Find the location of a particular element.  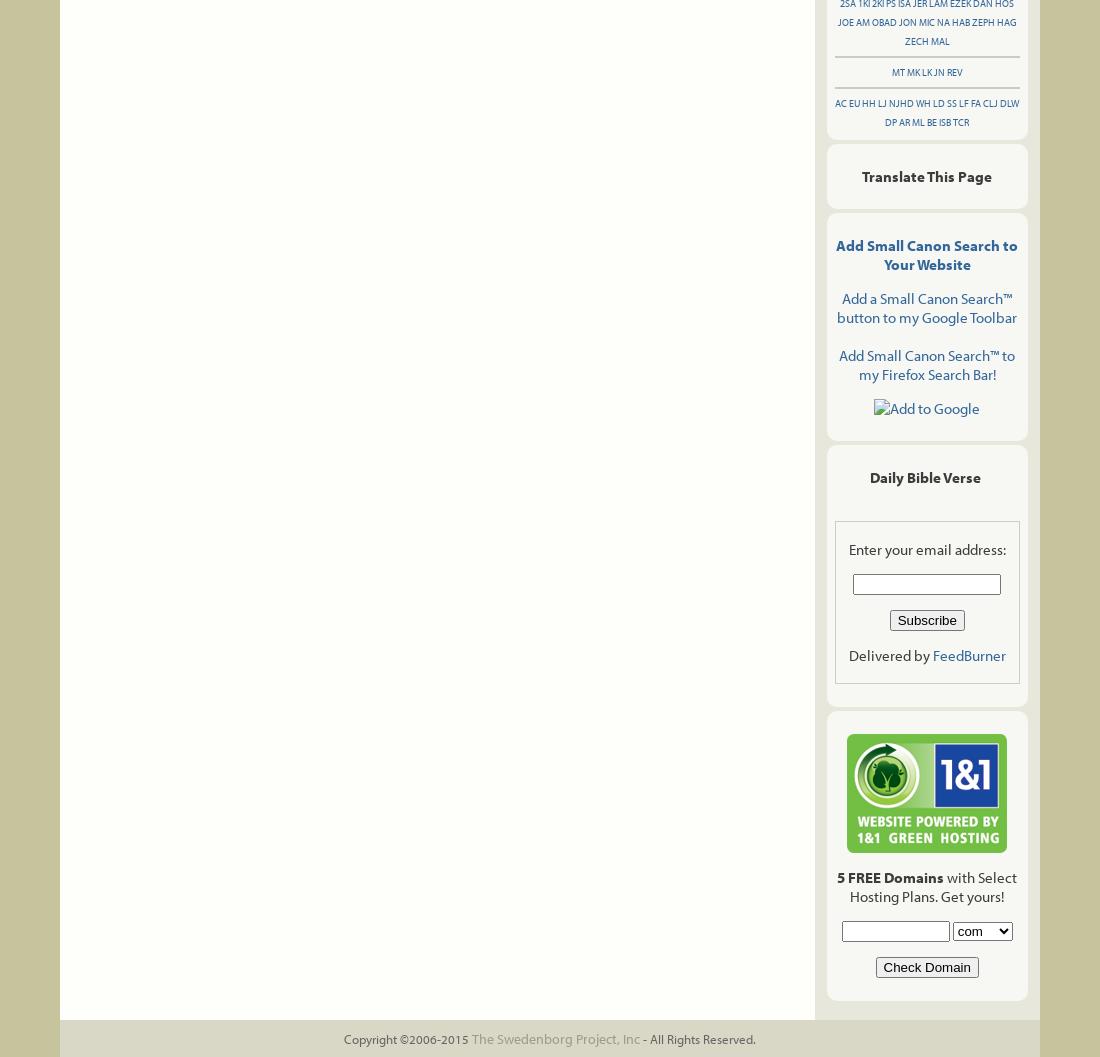

'LK' is located at coordinates (921, 72).